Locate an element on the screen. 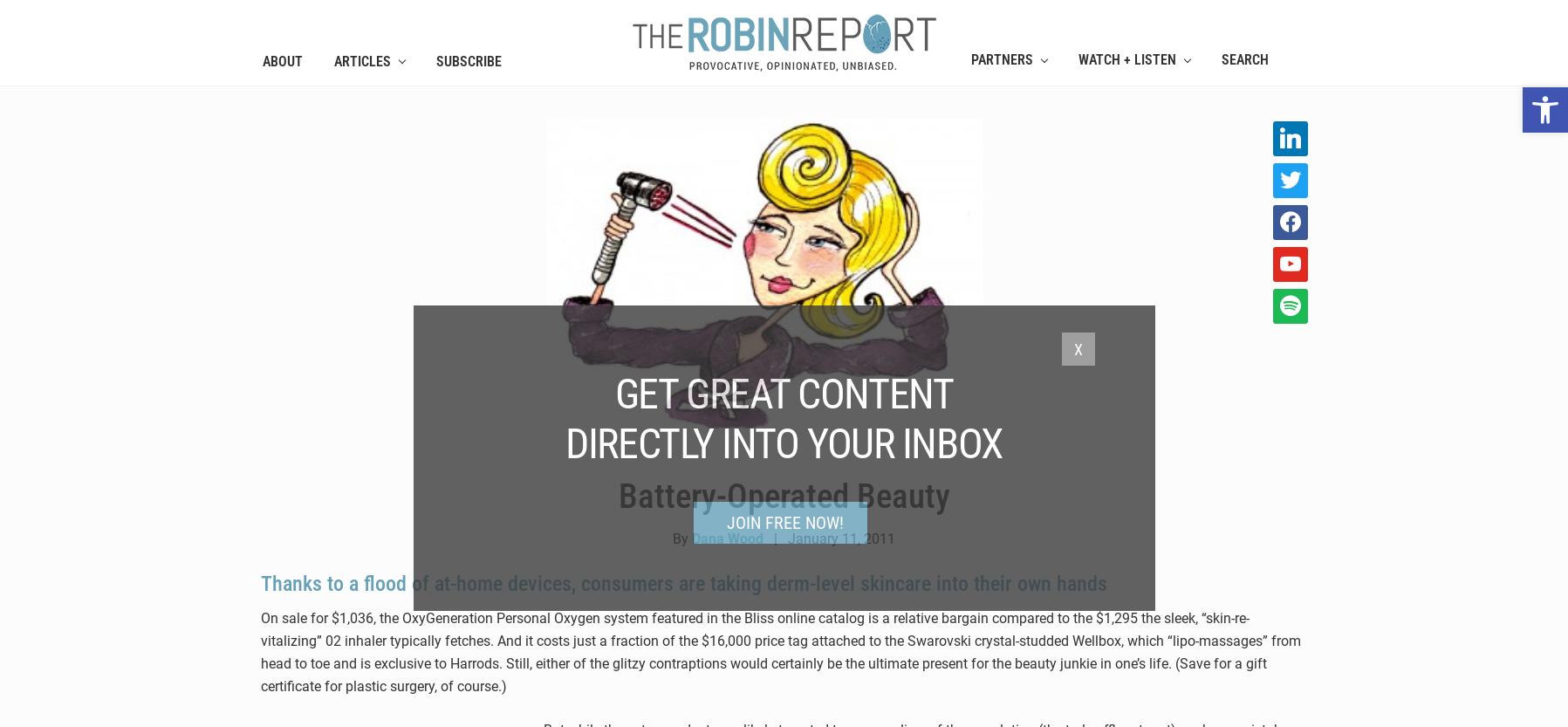  'ABOUT' is located at coordinates (281, 59).